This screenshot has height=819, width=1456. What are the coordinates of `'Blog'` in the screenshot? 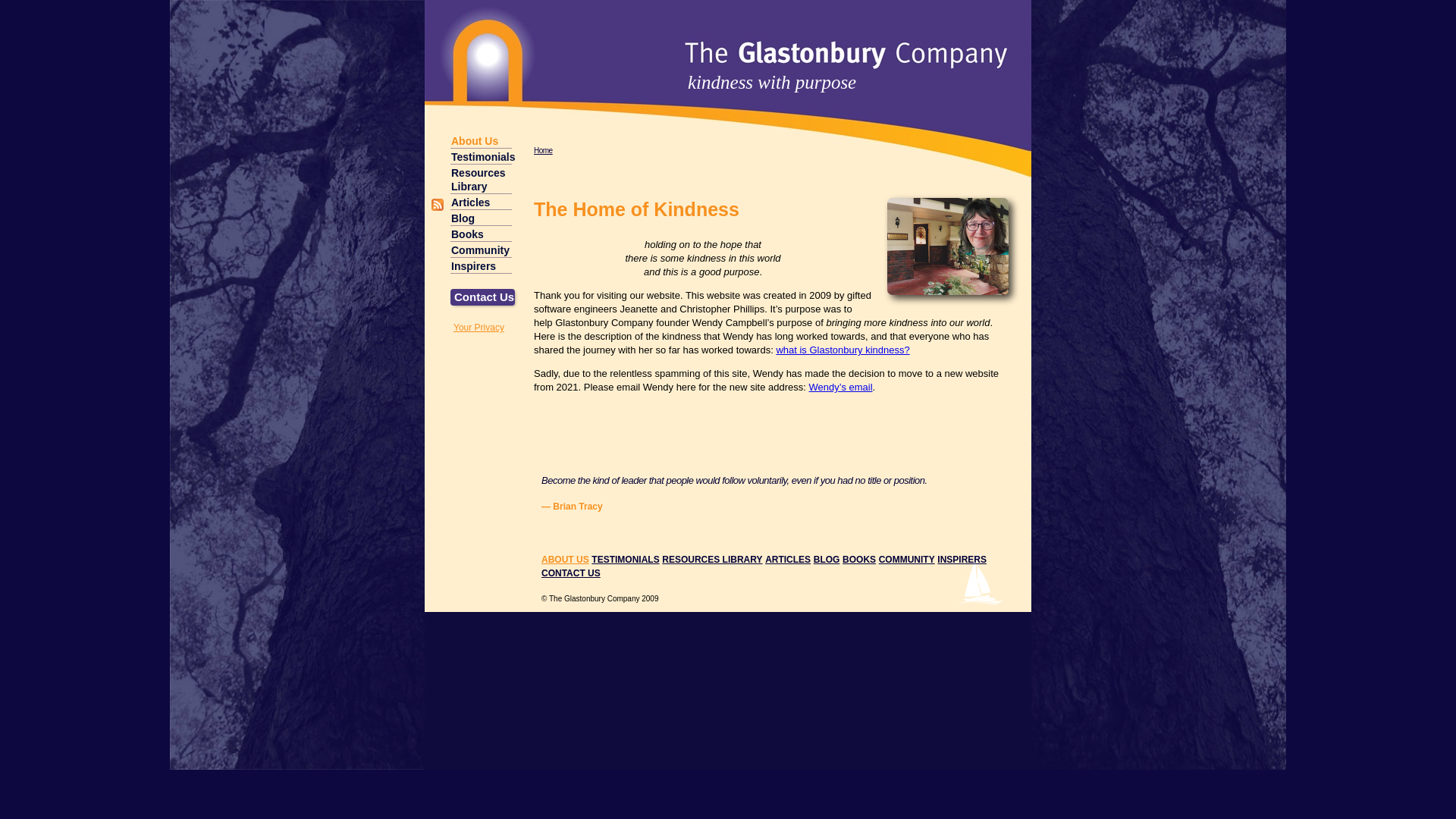 It's located at (480, 218).